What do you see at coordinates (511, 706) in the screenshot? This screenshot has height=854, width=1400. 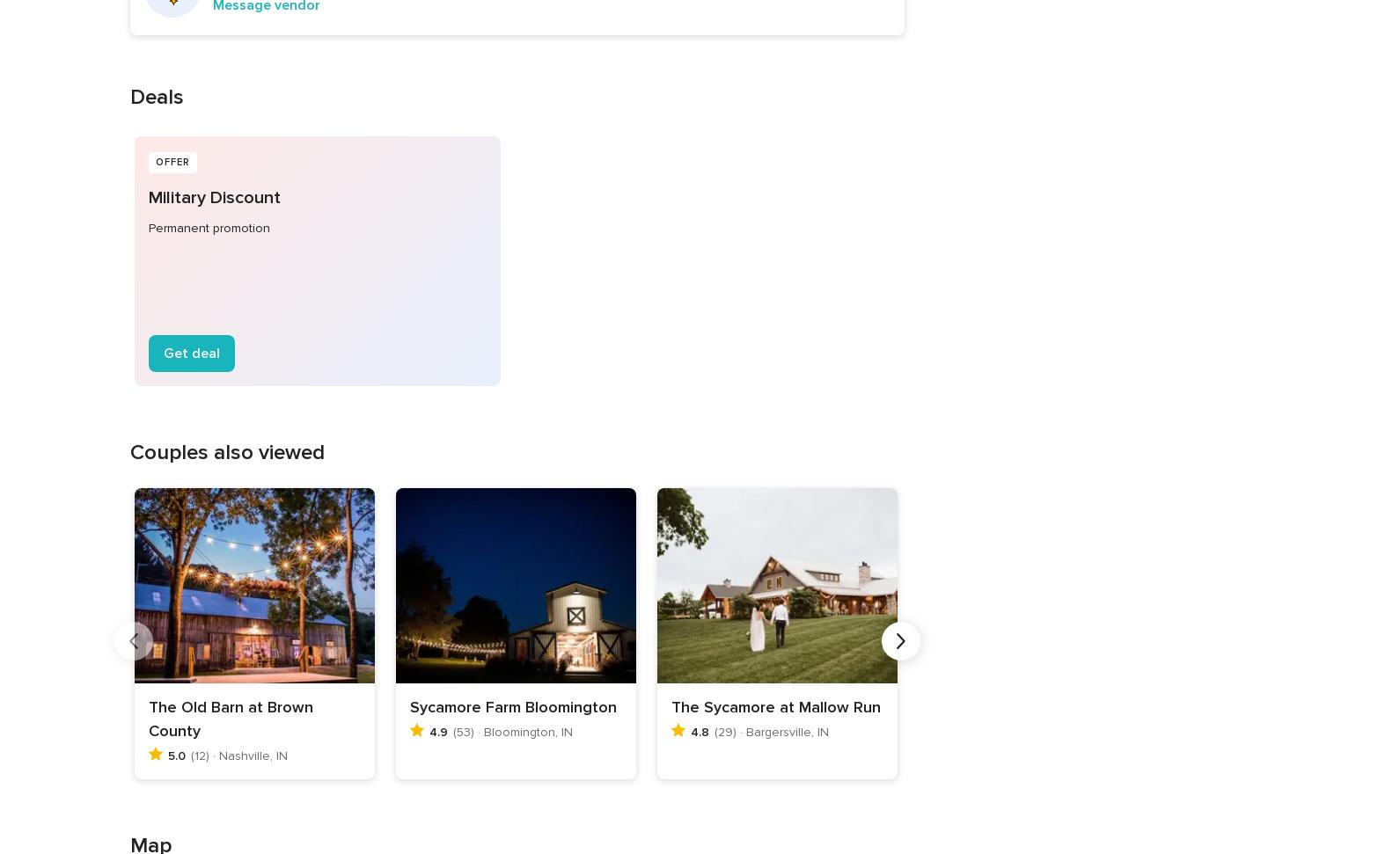 I see `'Sycamore Farm Bloomington'` at bounding box center [511, 706].